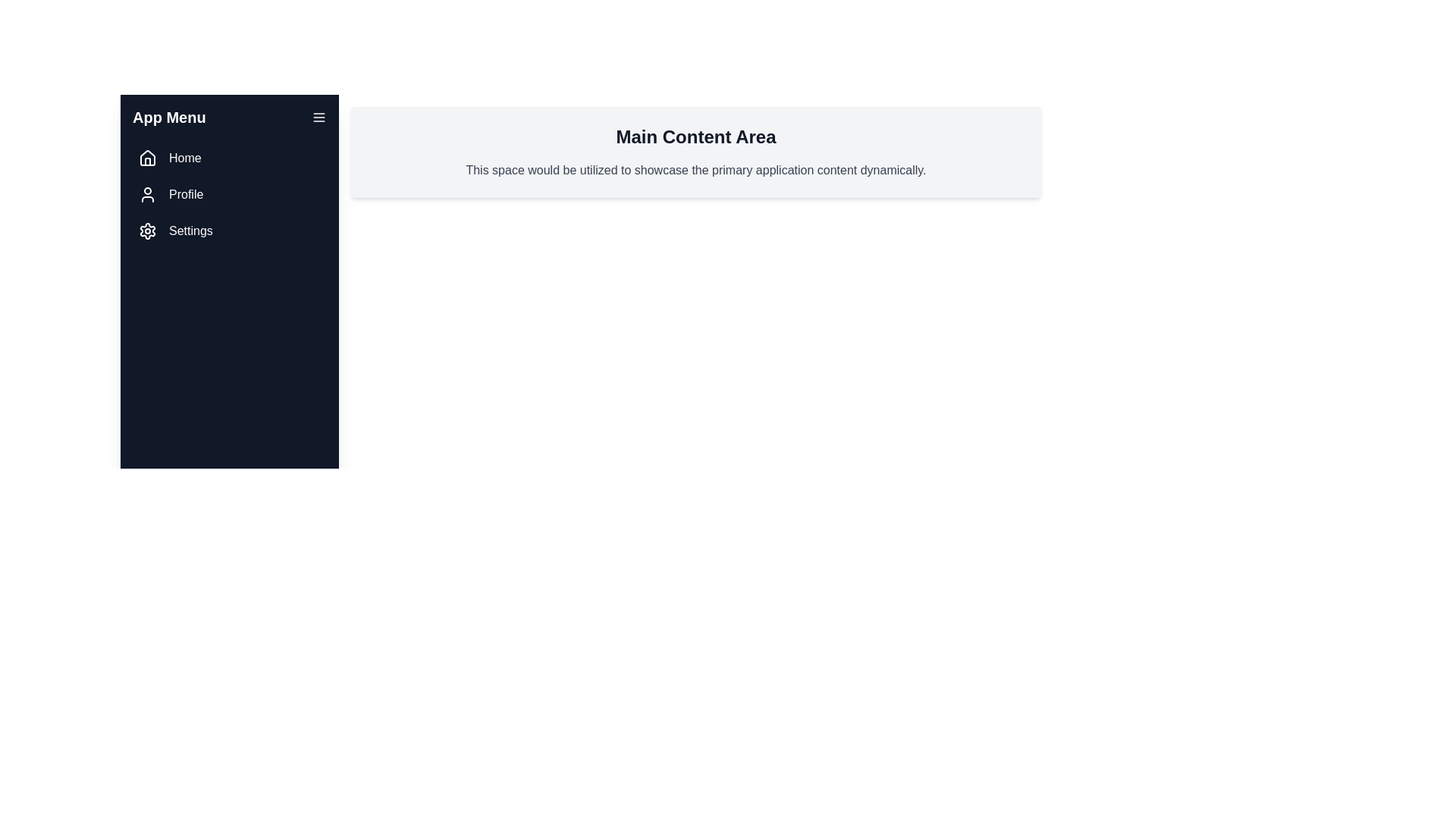 This screenshot has height=819, width=1456. Describe the element at coordinates (228, 231) in the screenshot. I see `the menu item Settings to navigate to the respective section` at that location.